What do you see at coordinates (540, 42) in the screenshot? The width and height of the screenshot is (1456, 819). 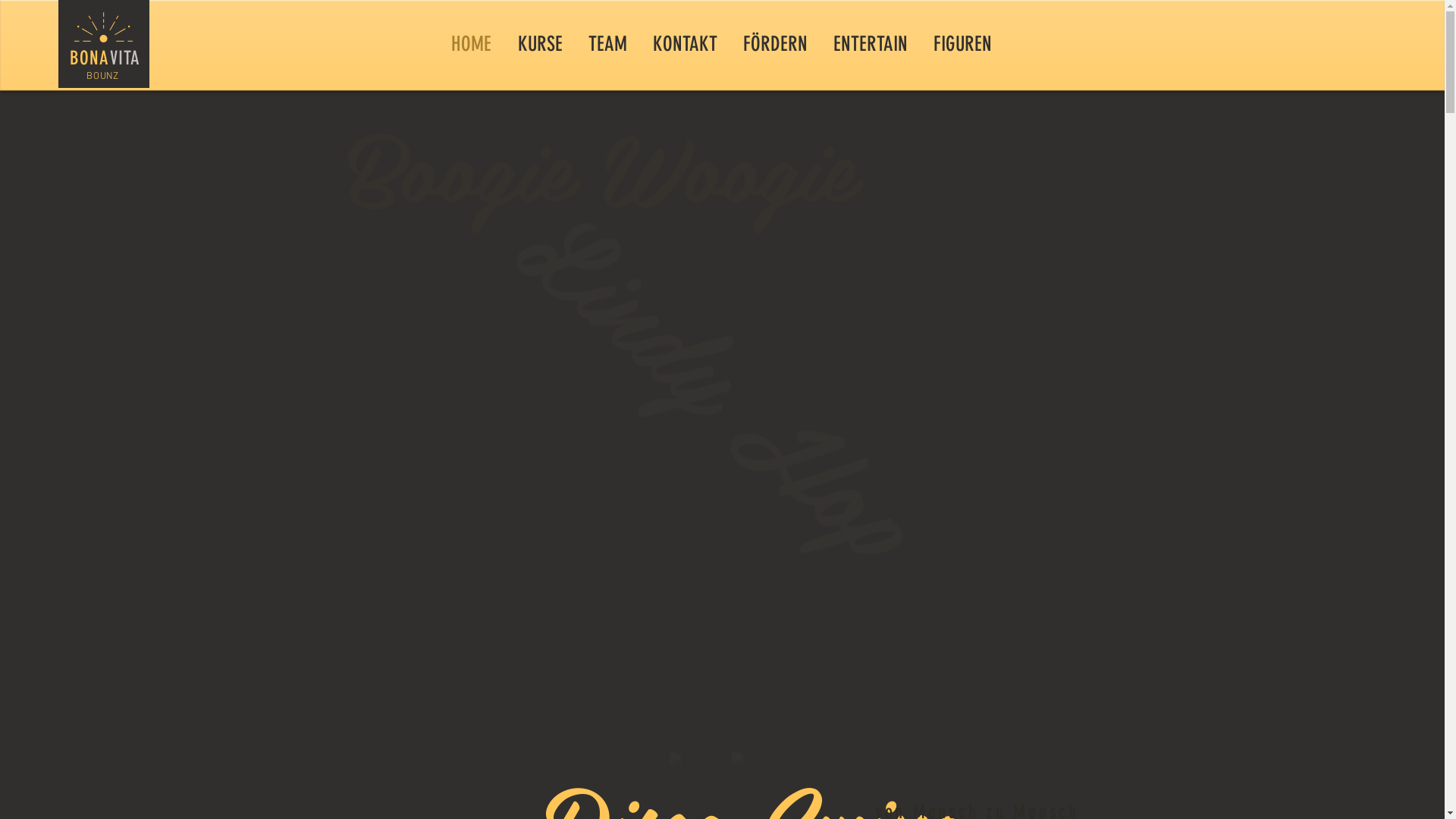 I see `'KURSE'` at bounding box center [540, 42].